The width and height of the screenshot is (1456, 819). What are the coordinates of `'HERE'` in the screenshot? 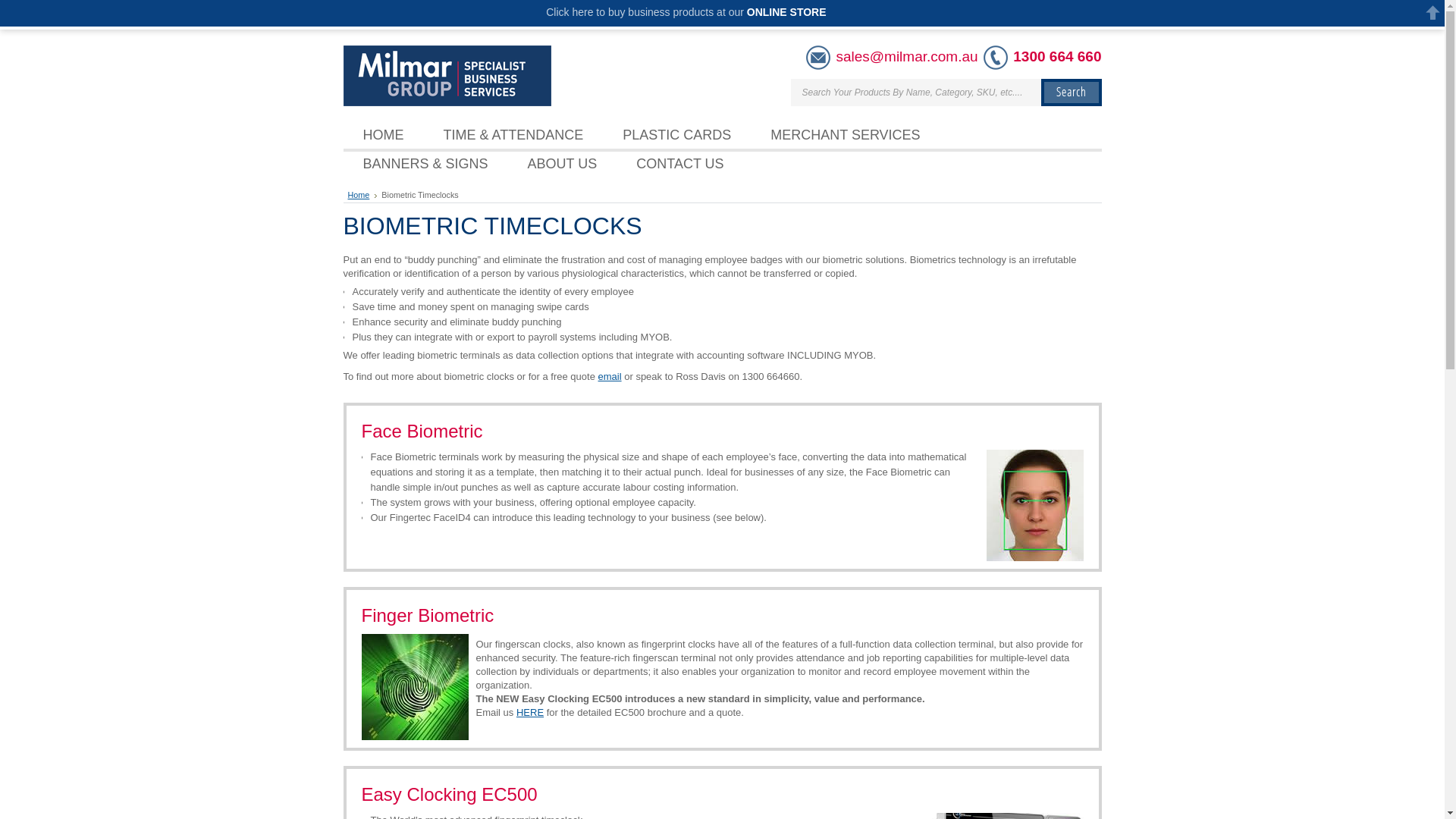 It's located at (516, 712).